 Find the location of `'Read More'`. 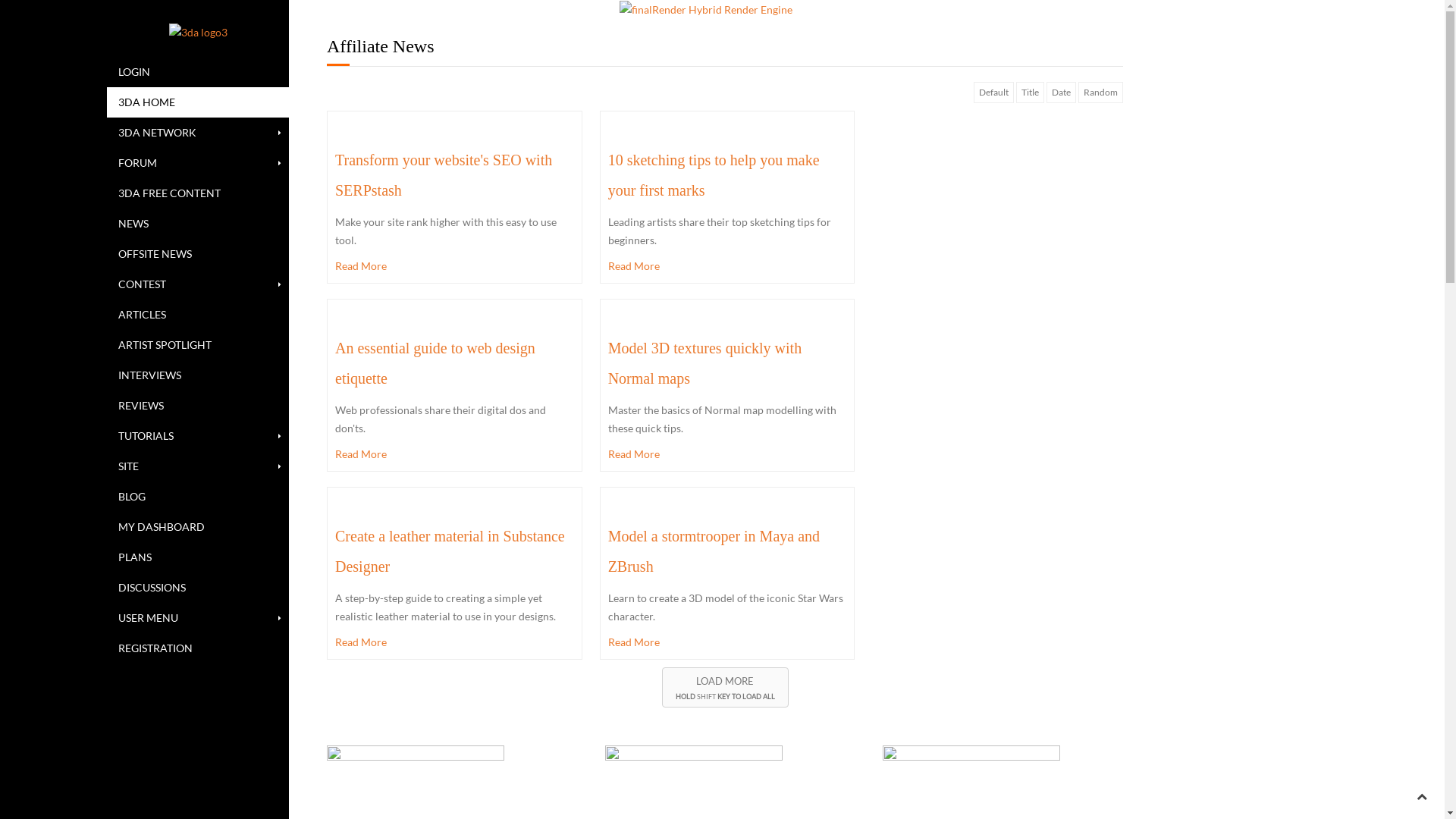

'Read More' is located at coordinates (334, 453).